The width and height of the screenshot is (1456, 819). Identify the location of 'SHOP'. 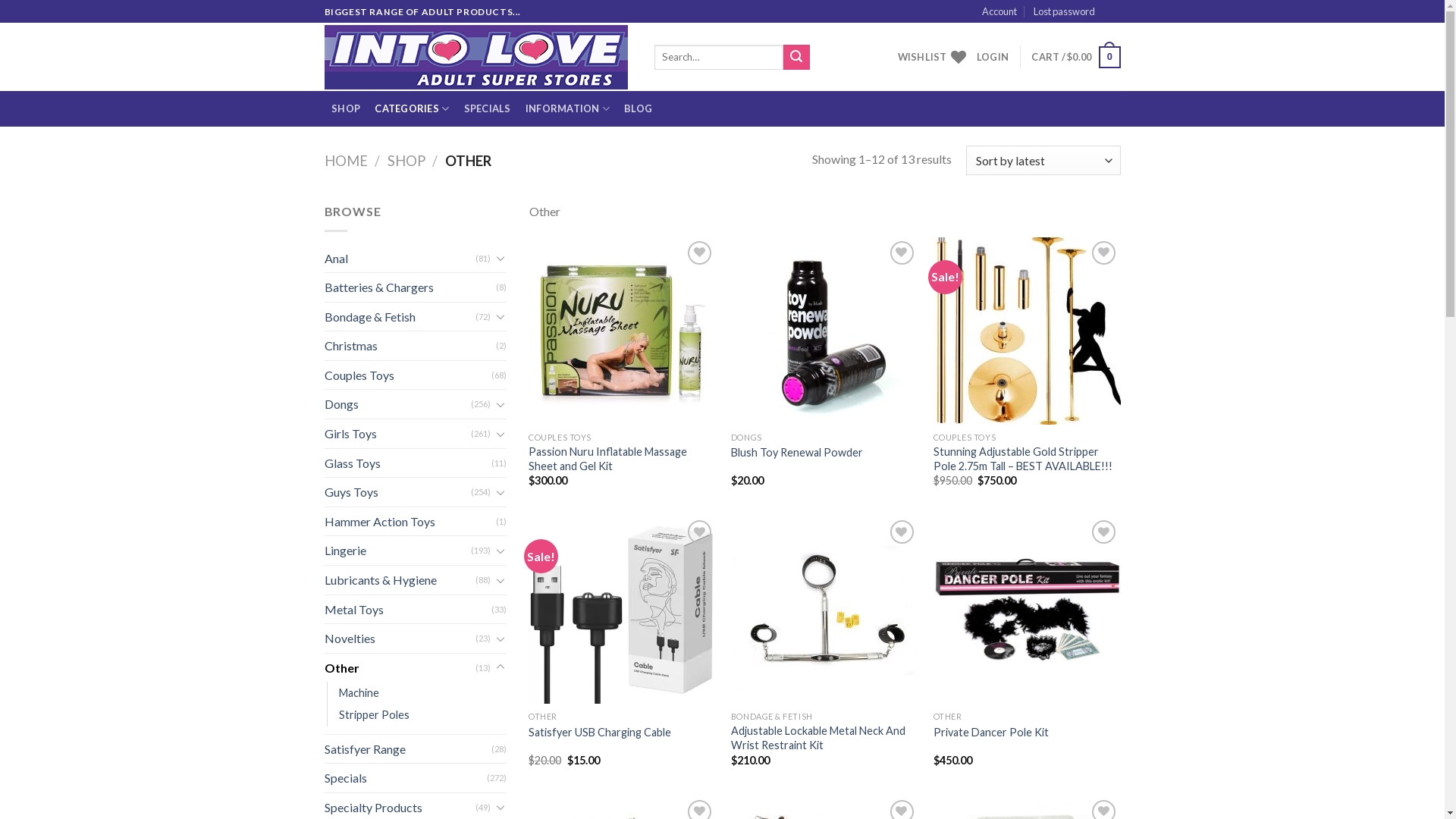
(406, 161).